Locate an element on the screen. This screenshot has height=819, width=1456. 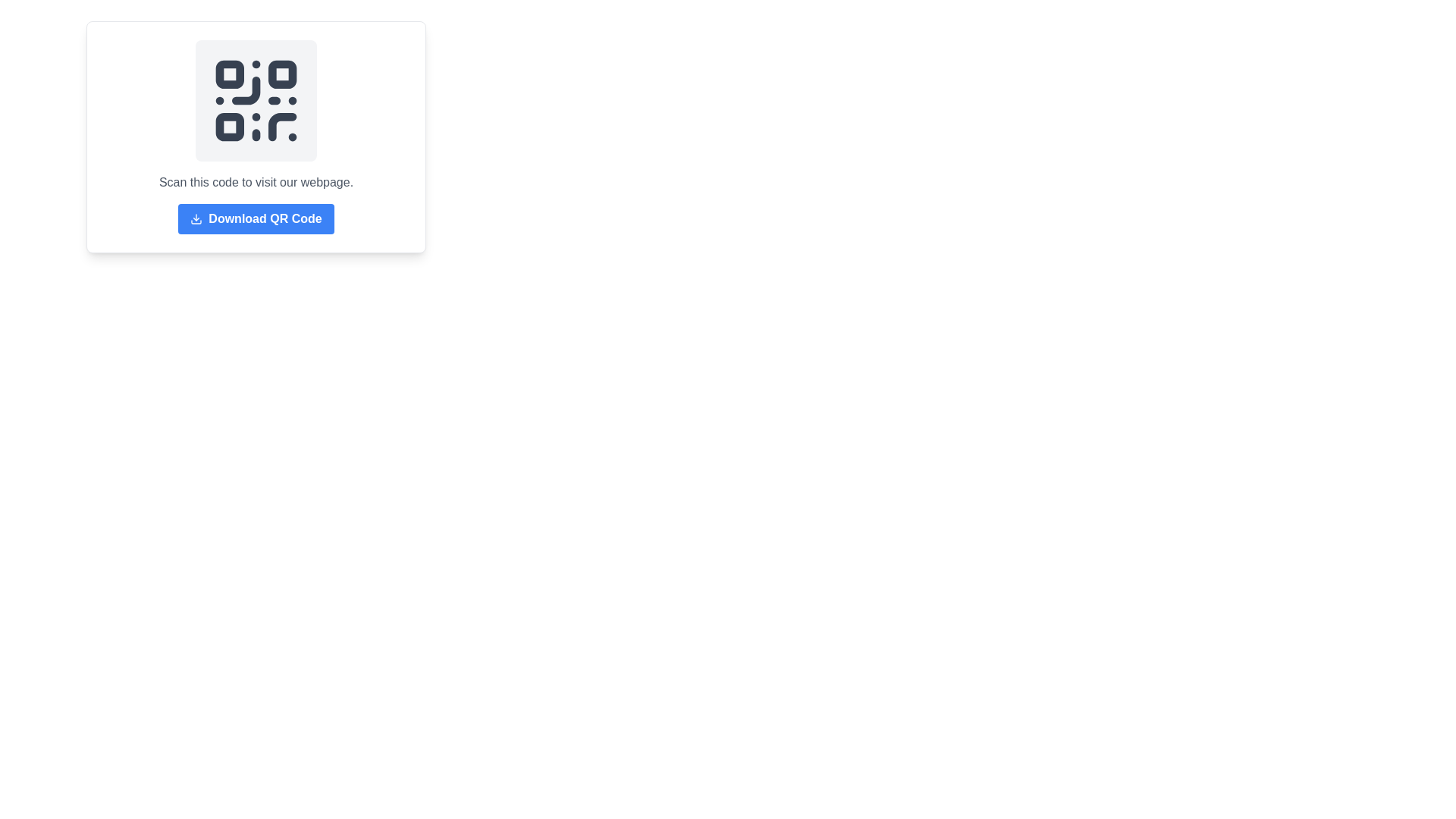
the Decorative element located in the top-left corner of the QR code, which serves as part of its structure and is visually distinct is located at coordinates (229, 74).